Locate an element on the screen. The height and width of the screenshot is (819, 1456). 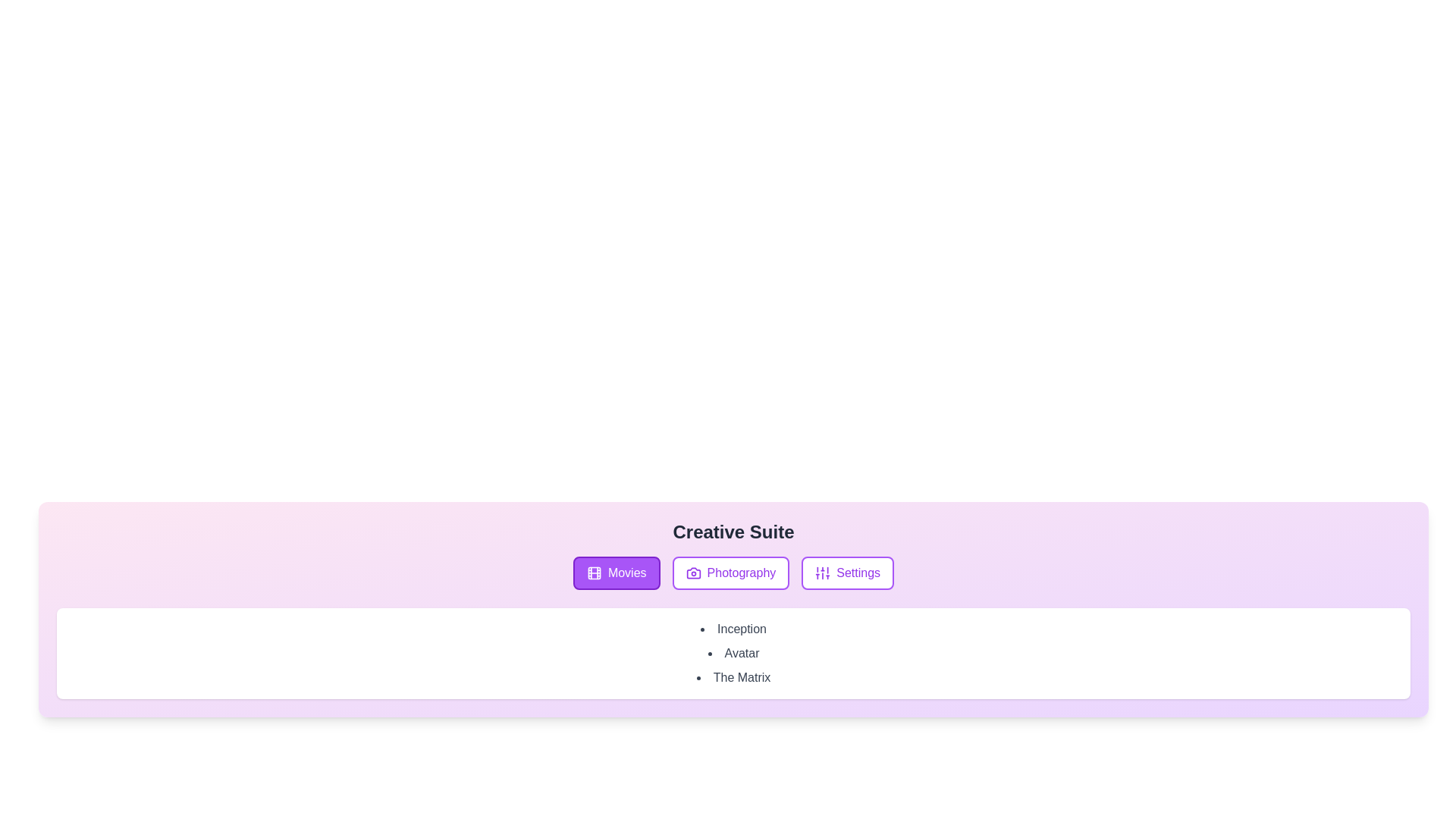
the decorative graphical element within the 'Movies' button by targeting its center point is located at coordinates (593, 573).